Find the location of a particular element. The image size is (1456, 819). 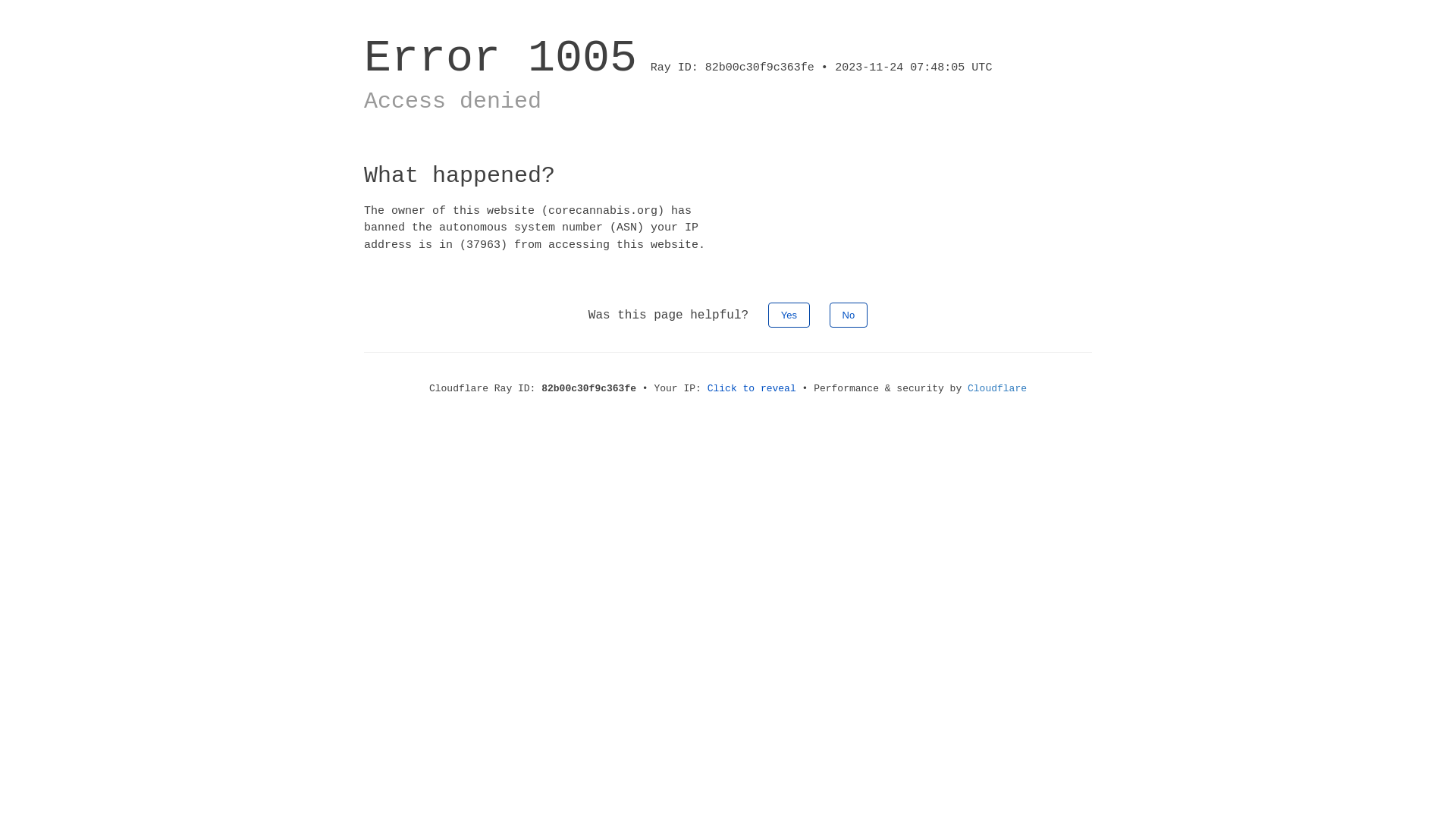

'Yes' is located at coordinates (789, 314).